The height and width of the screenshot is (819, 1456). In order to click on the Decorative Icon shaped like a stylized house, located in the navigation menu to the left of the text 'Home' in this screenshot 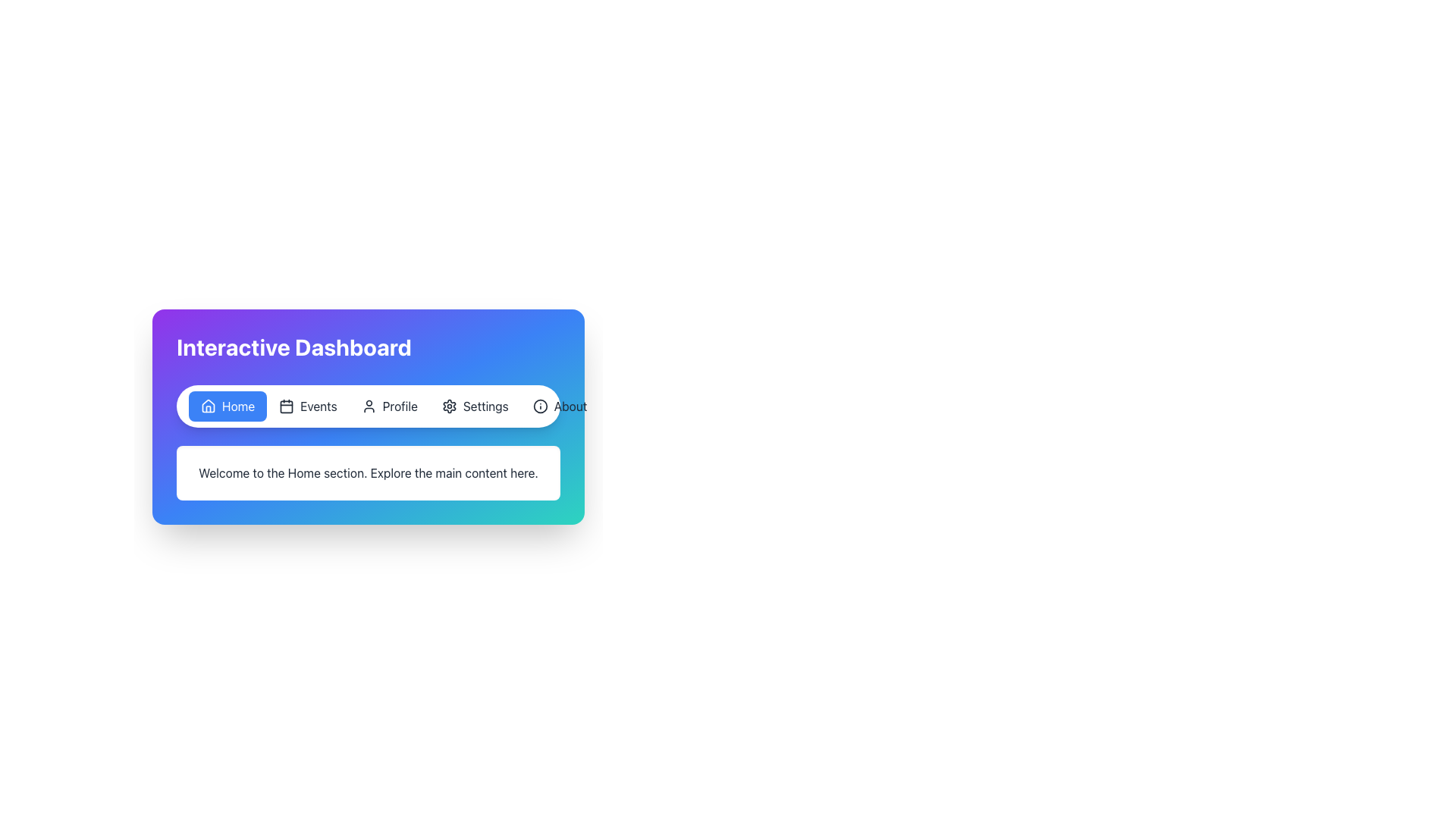, I will do `click(207, 405)`.